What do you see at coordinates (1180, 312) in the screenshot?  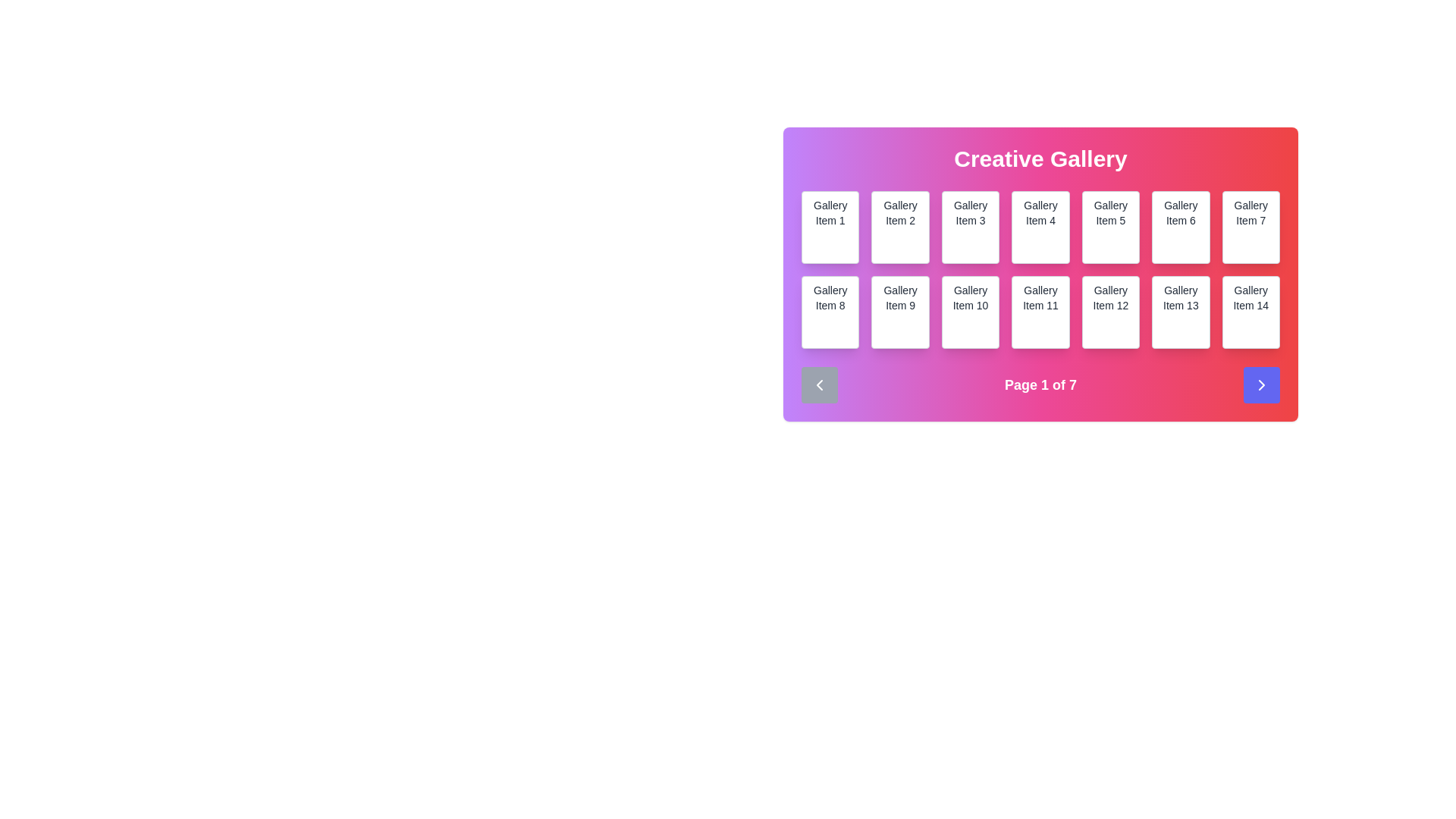 I see `the static display card located in the second row, sixth column of the grid that visually represents an item in a gallery` at bounding box center [1180, 312].